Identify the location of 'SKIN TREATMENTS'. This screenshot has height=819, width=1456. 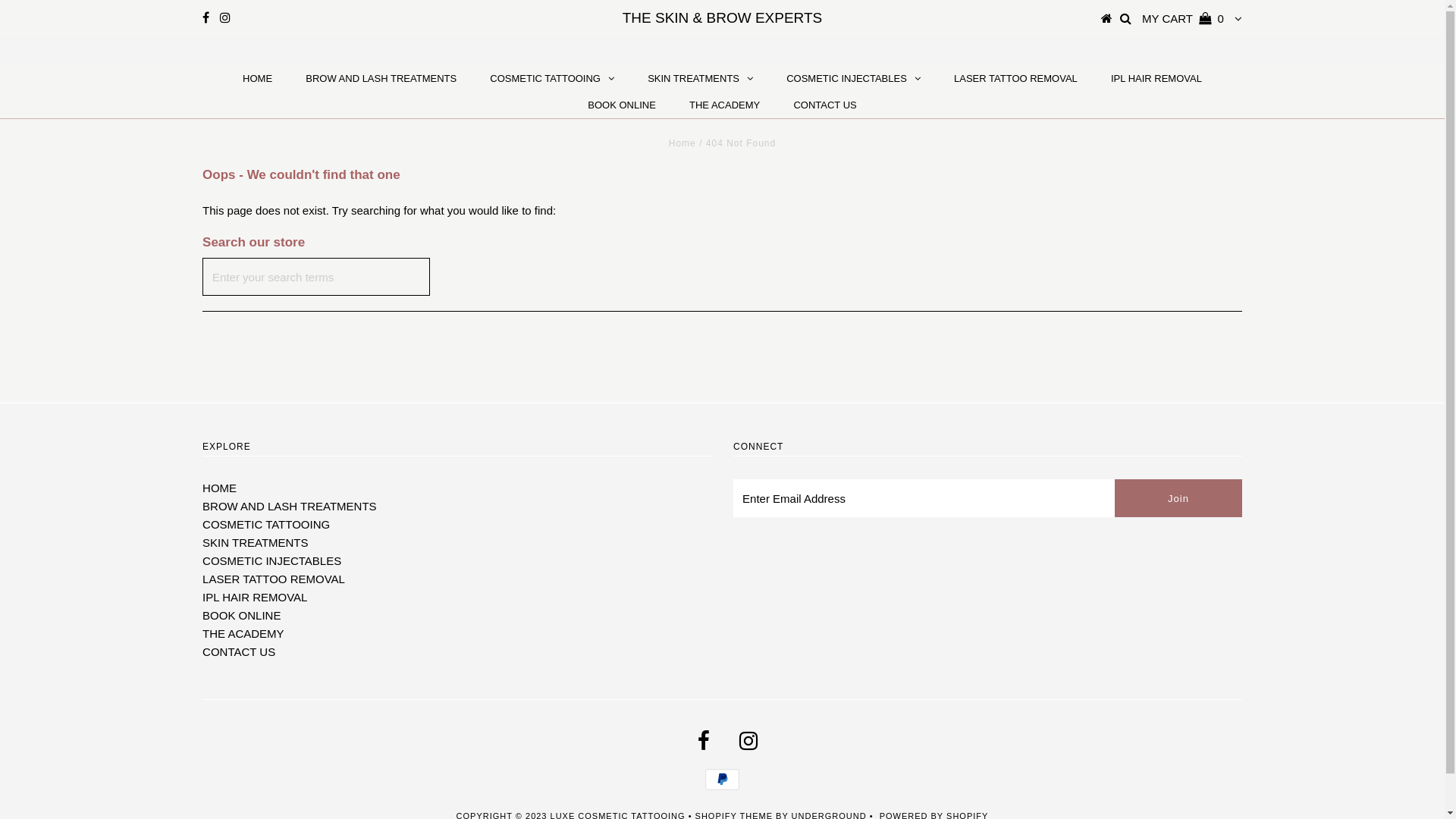
(255, 541).